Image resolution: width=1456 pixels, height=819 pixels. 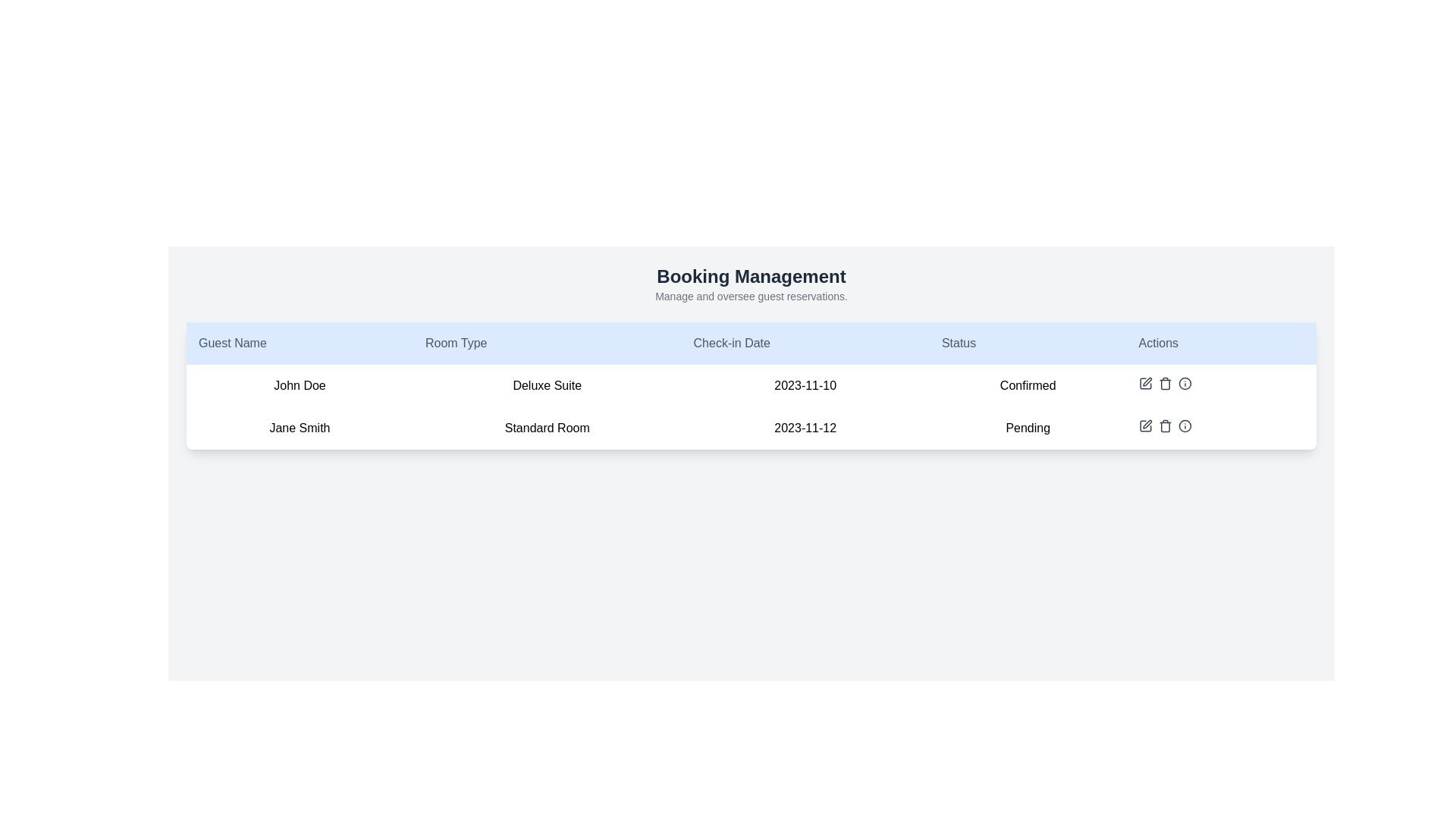 I want to click on the static text display showing the date '2023-11-10' in the 'Check-in Date' column of the booking table for 'John Doe' in the 'Deluxe Suite', so click(x=805, y=385).